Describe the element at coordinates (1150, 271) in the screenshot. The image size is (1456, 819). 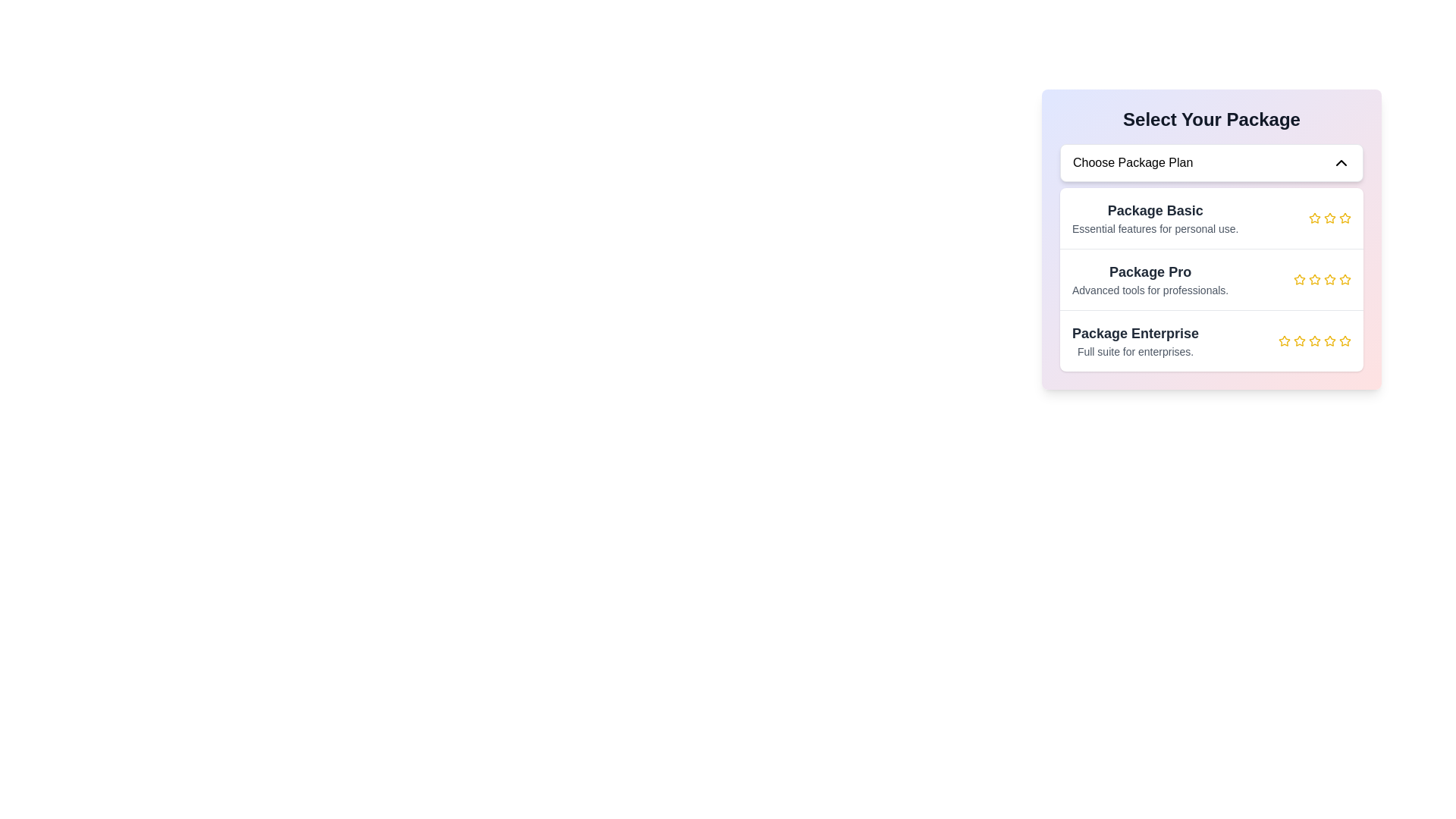
I see `the 'Package Pro' text label, which is styled in bold and larger font, located in the second section of the package options, above 'Advanced tools for professionals' and below 'Package Basic'` at that location.